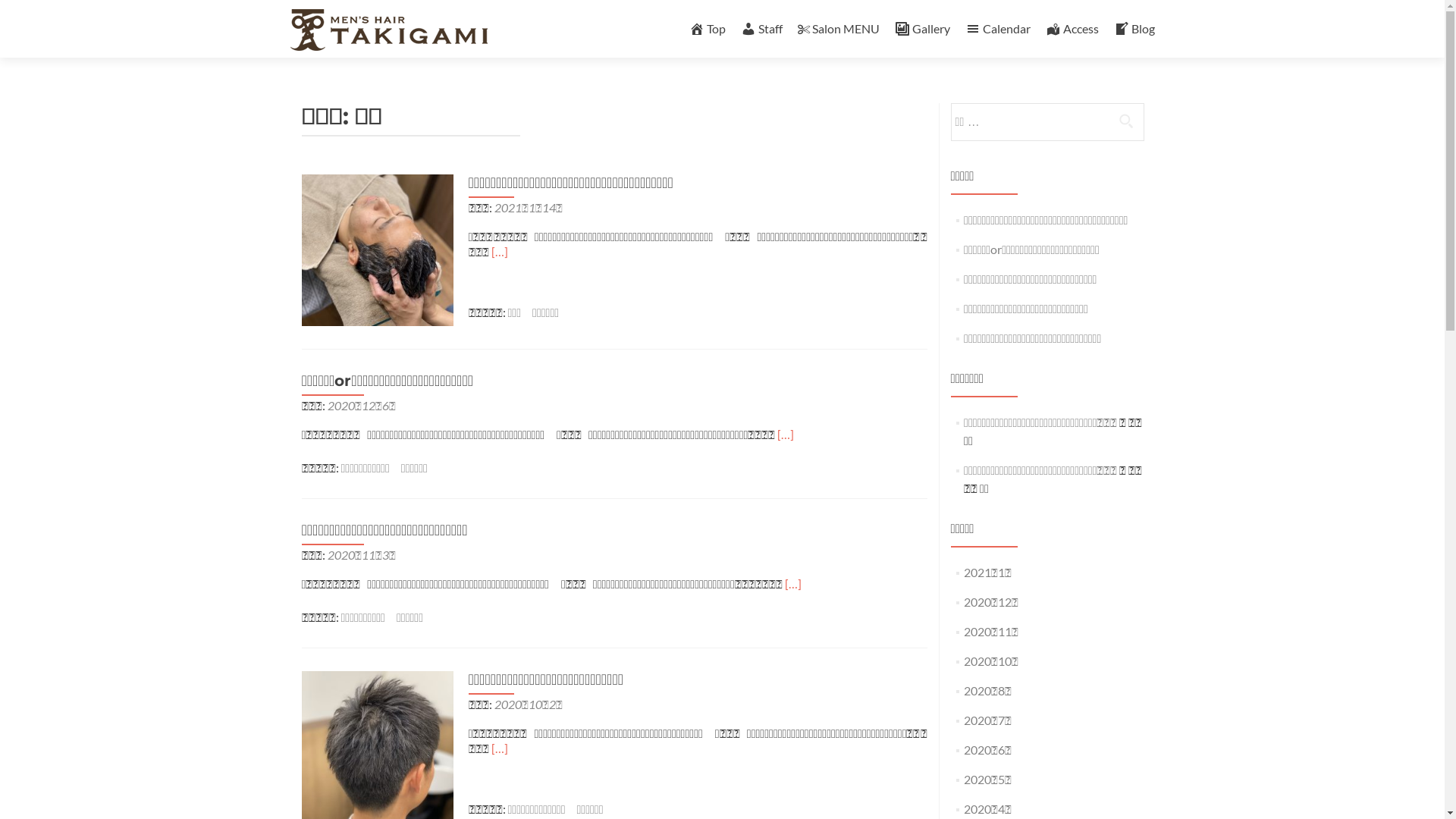 The height and width of the screenshot is (819, 1456). Describe the element at coordinates (761, 28) in the screenshot. I see `'Staff'` at that location.